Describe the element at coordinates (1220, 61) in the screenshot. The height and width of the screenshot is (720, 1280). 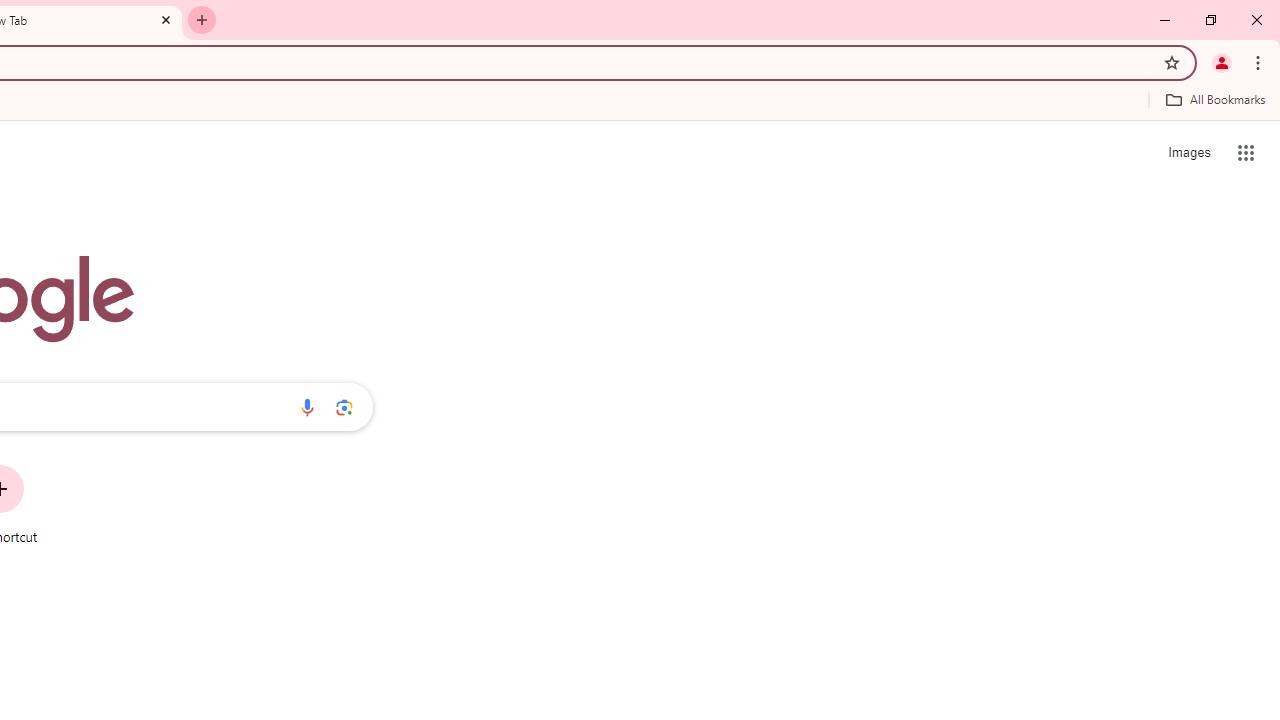
I see `'You'` at that location.